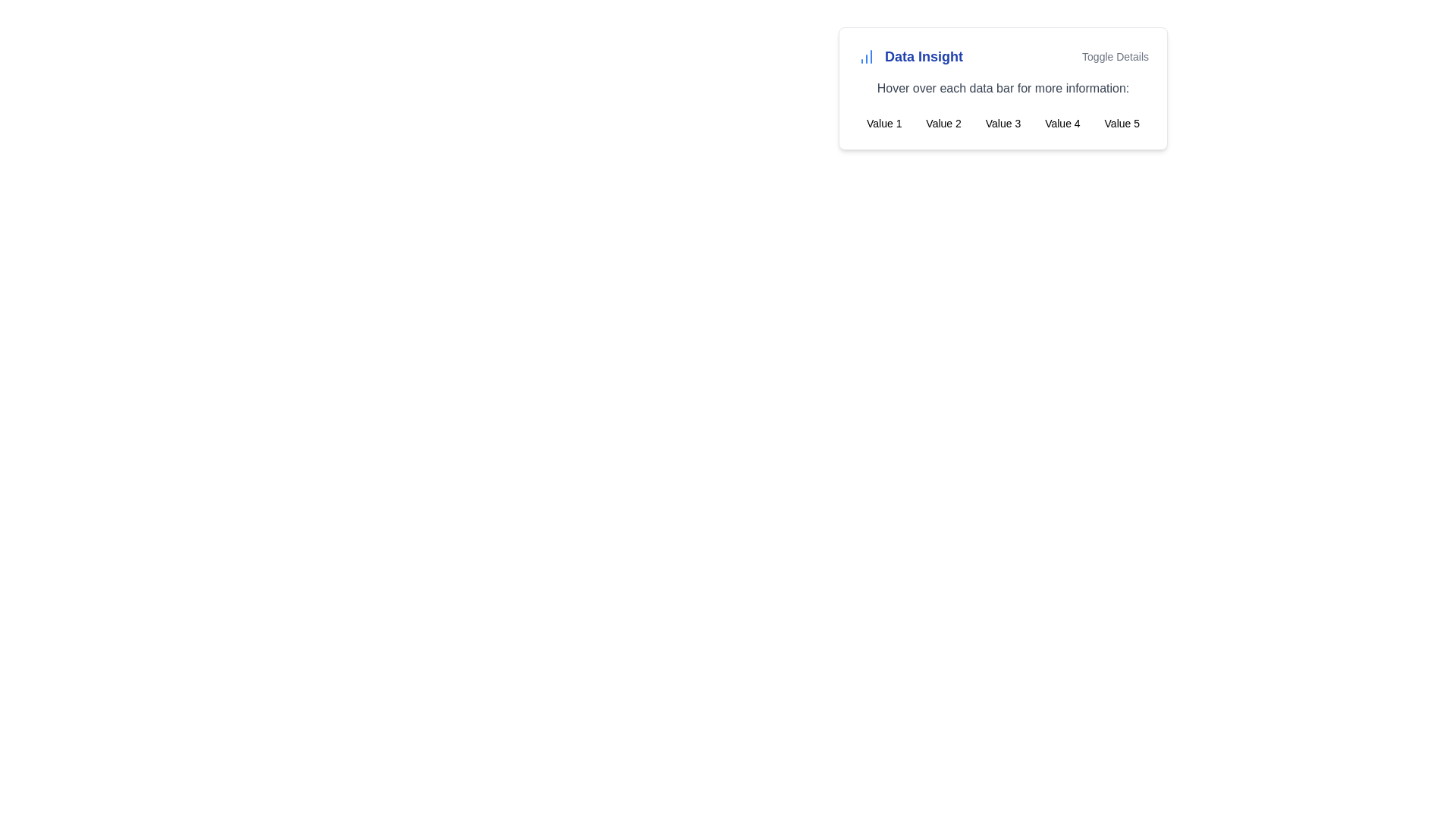  I want to click on the descriptive text label in the grid layout, which is the fourth item from the left, so click(1062, 119).